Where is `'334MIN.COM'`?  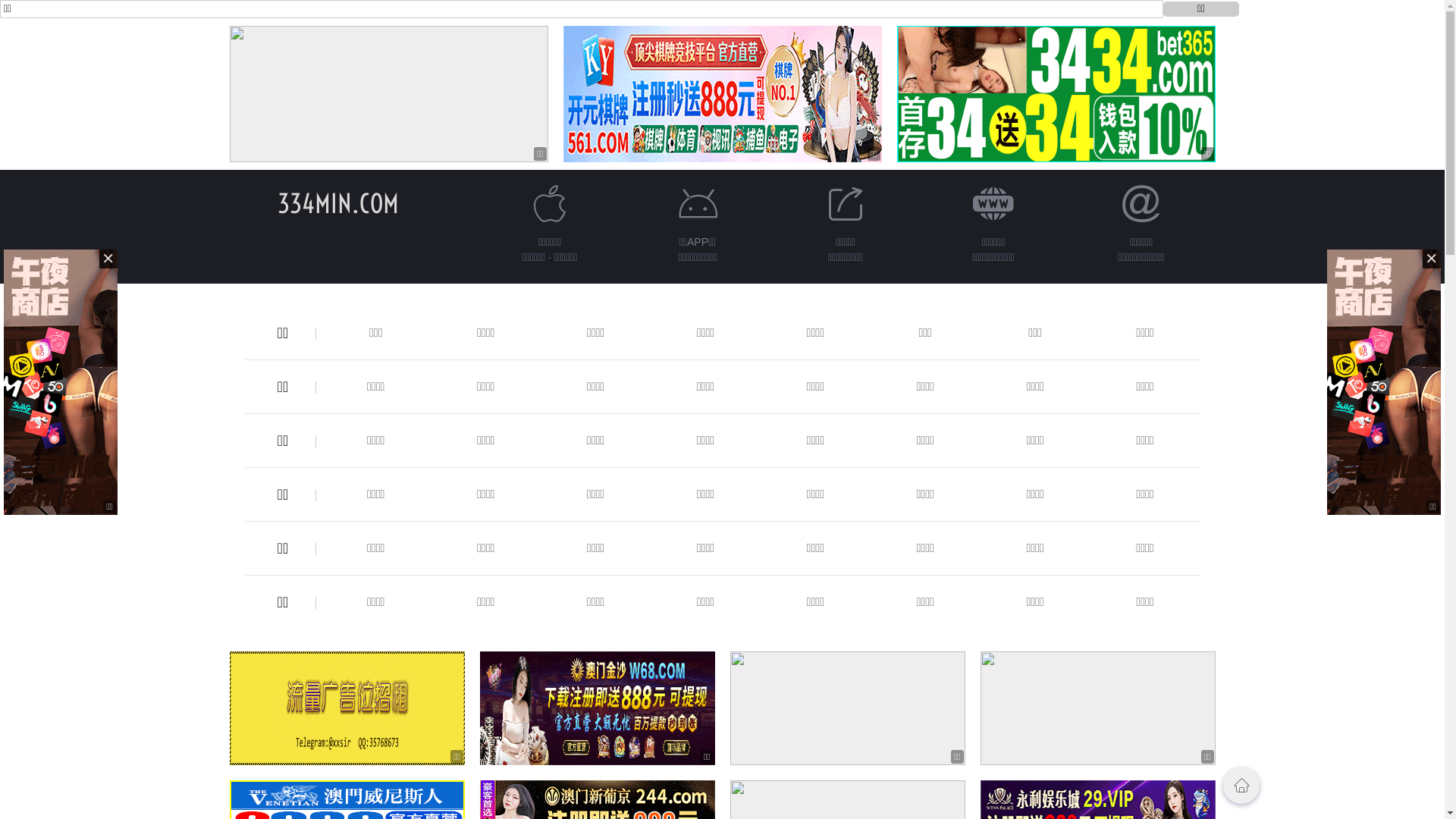 '334MIN.COM' is located at coordinates (337, 202).